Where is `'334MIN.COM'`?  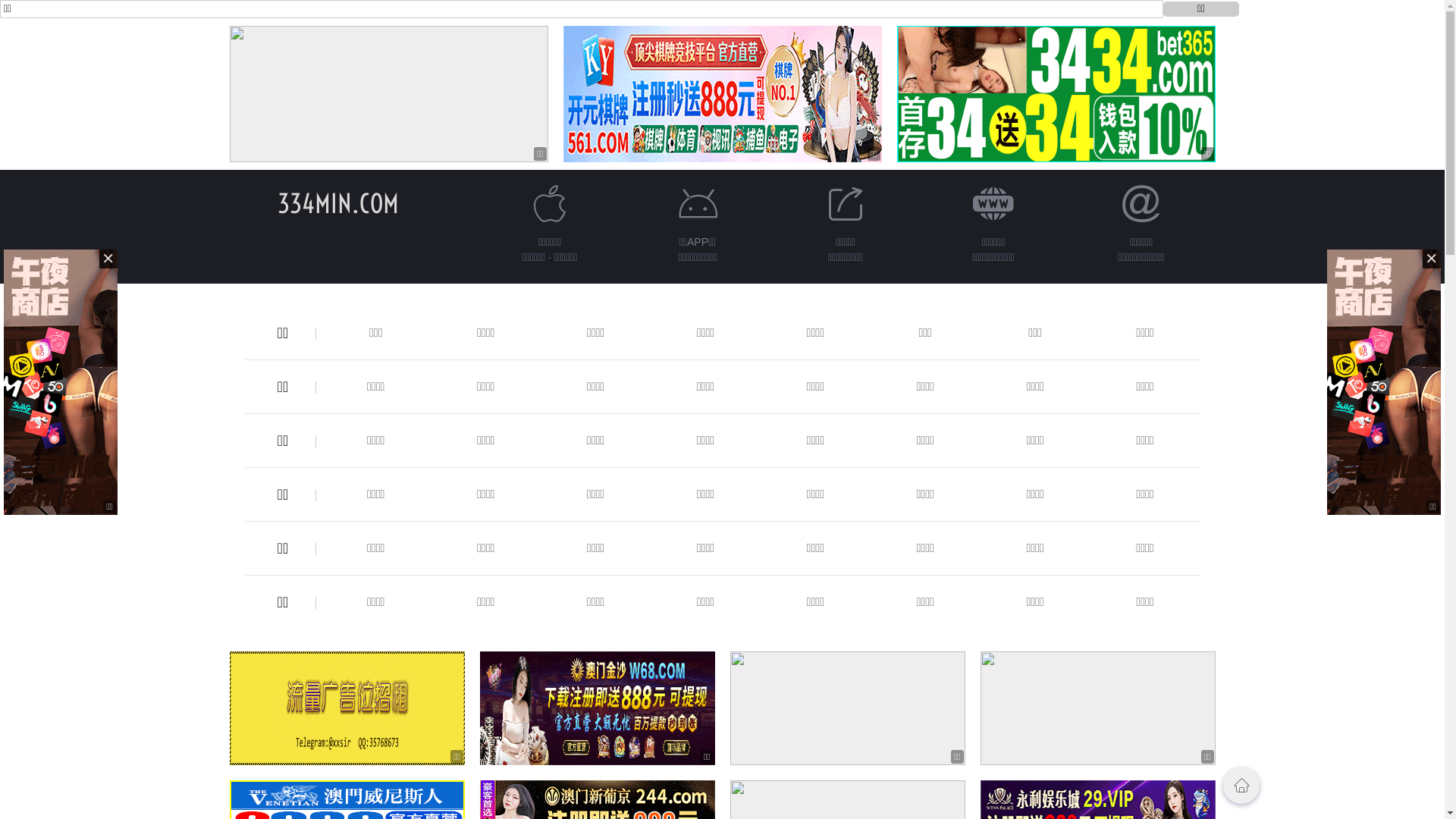 '334MIN.COM' is located at coordinates (337, 202).